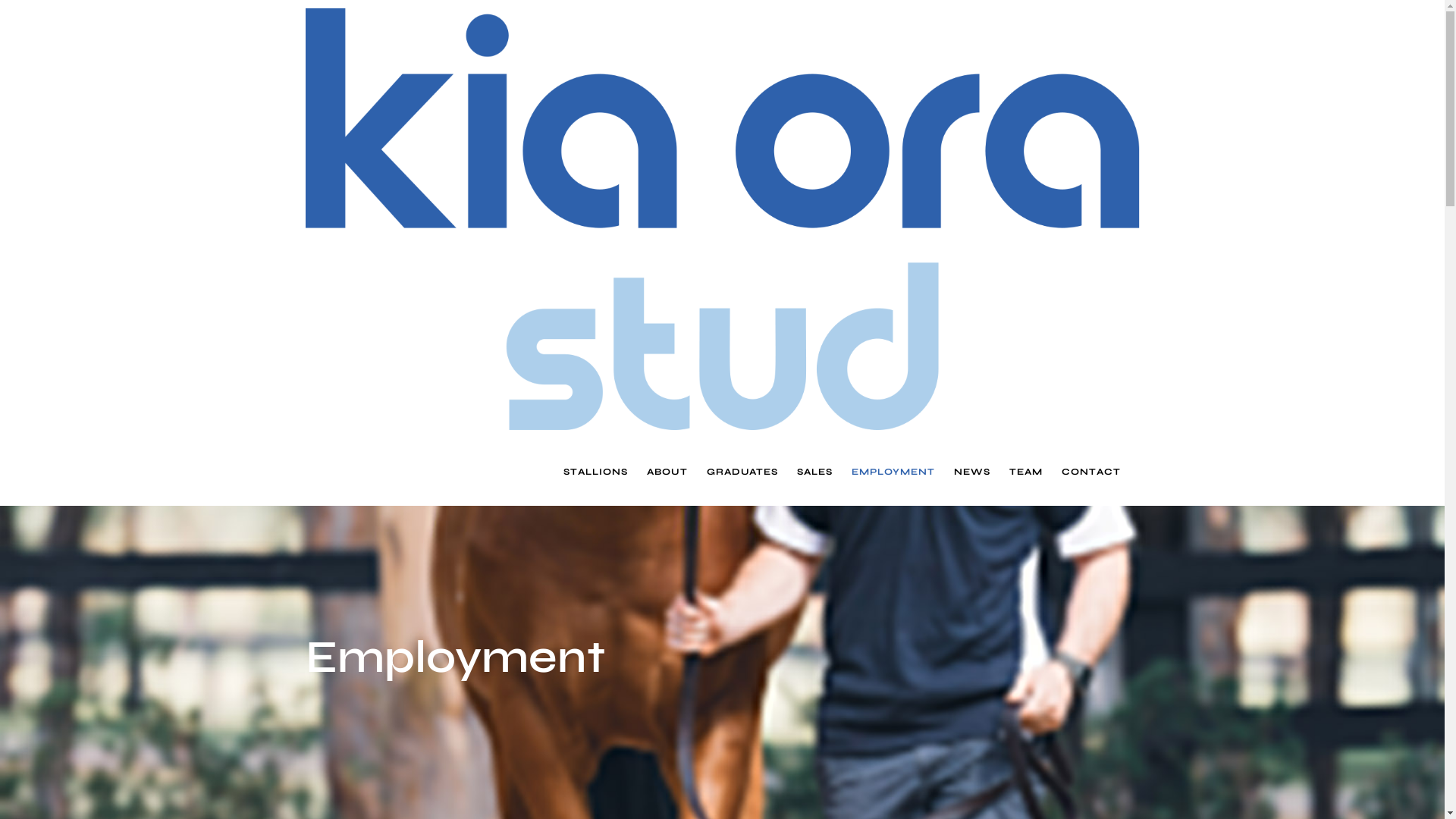 The image size is (1456, 819). Describe the element at coordinates (1025, 470) in the screenshot. I see `'TEAM'` at that location.